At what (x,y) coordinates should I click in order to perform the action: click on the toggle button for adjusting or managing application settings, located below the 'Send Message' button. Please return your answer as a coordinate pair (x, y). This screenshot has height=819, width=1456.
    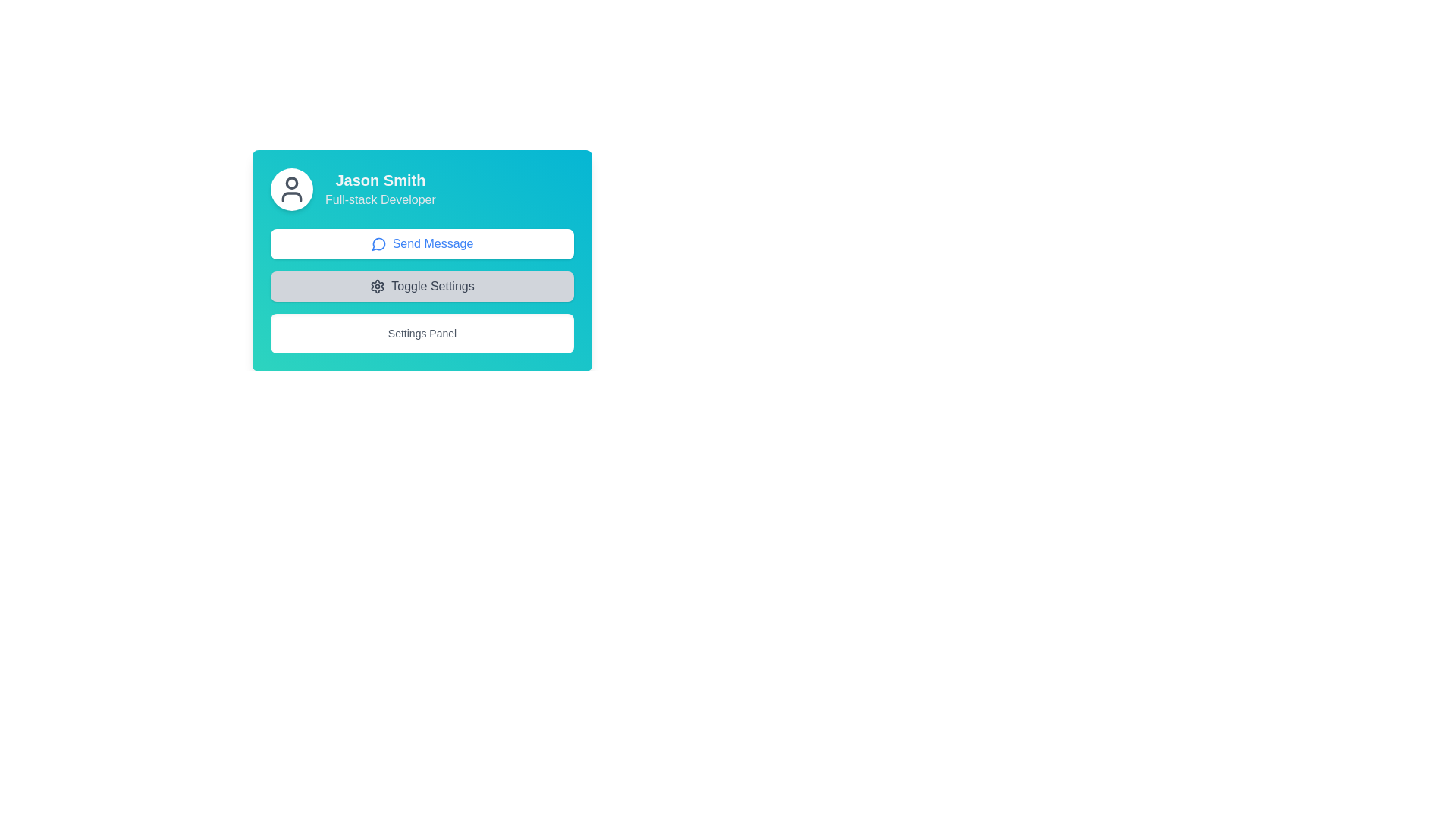
    Looking at the image, I should click on (422, 287).